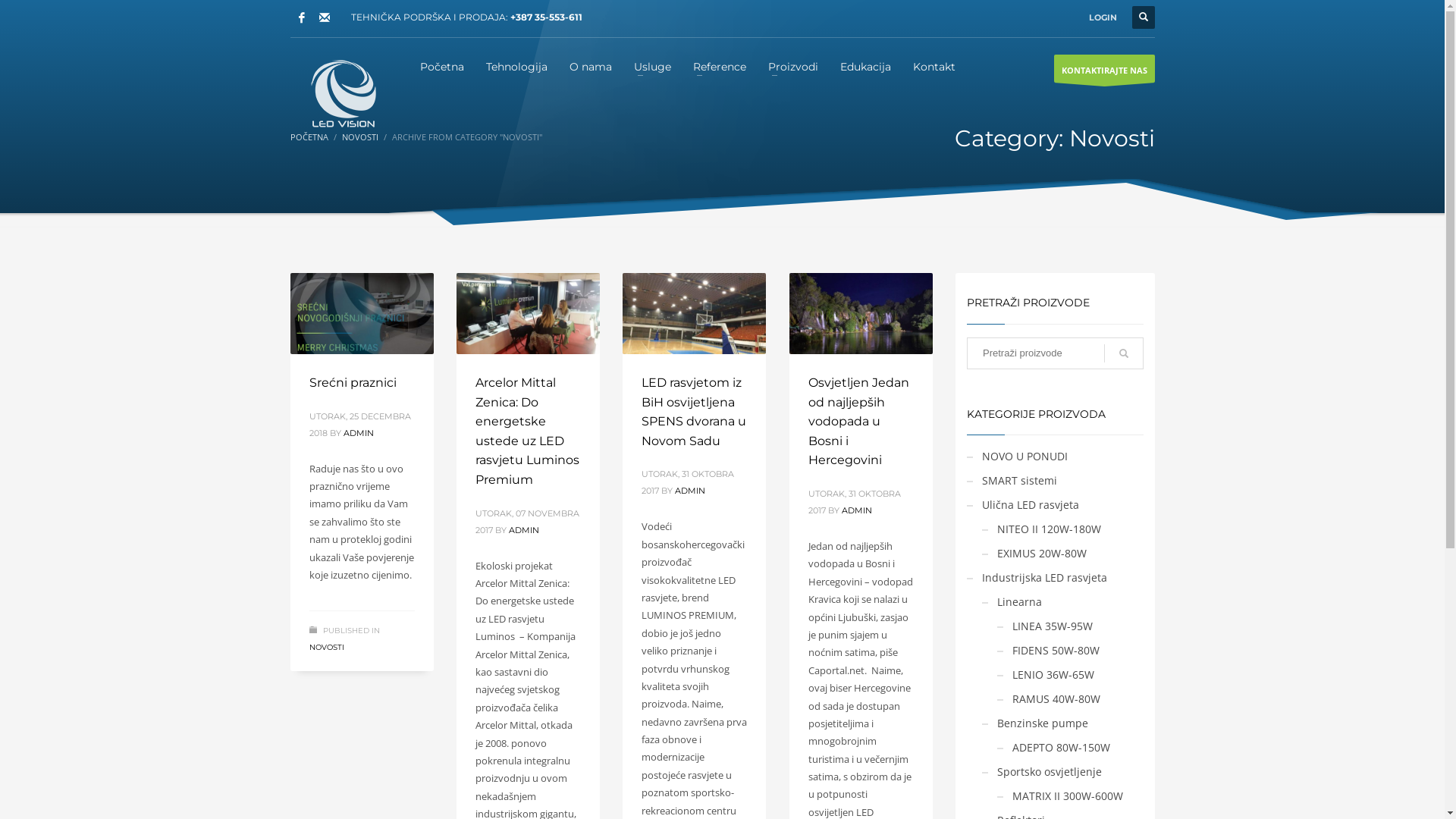 This screenshot has width=1456, height=819. What do you see at coordinates (997, 795) in the screenshot?
I see `'MATRIX II 300W-600W'` at bounding box center [997, 795].